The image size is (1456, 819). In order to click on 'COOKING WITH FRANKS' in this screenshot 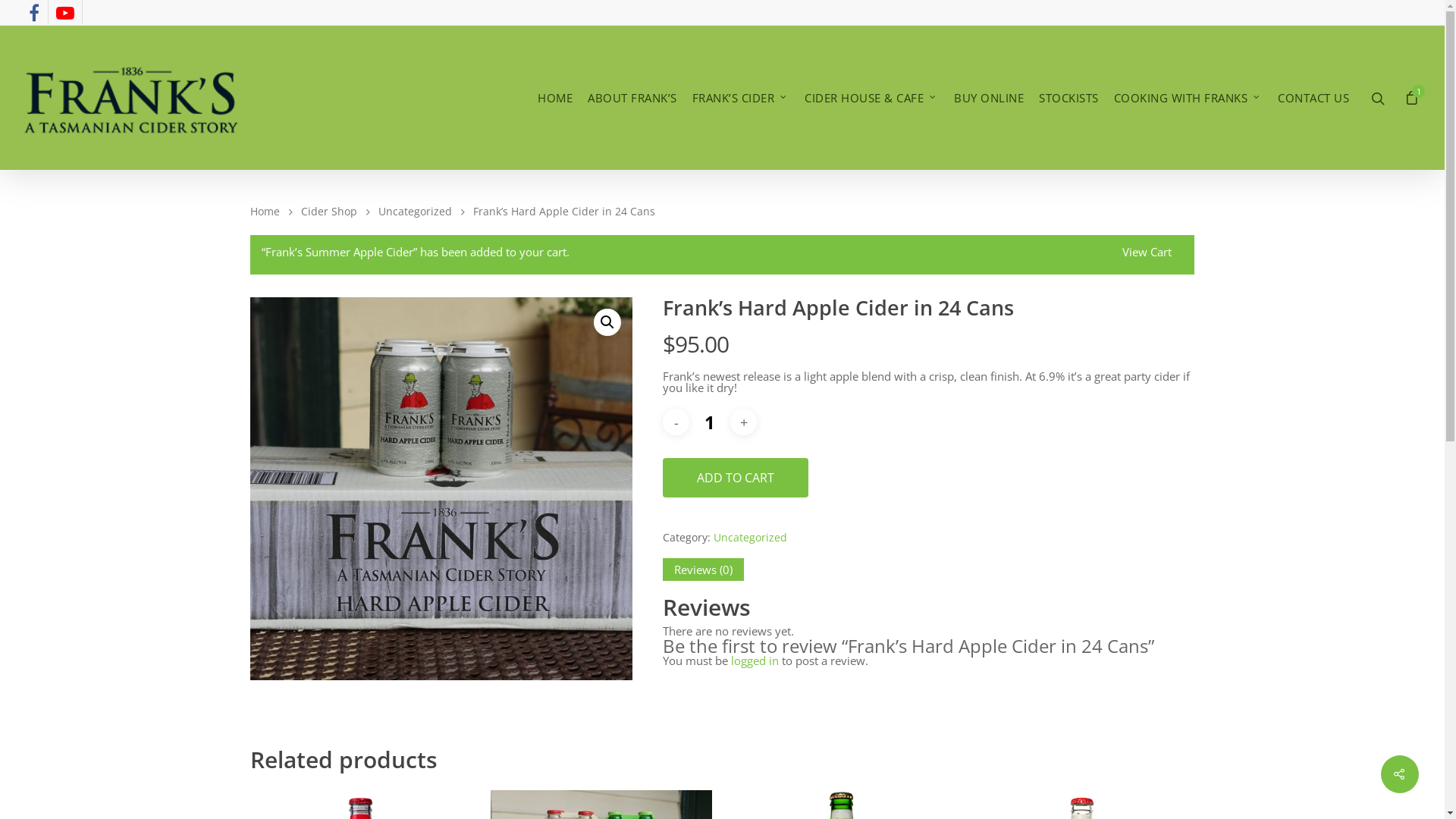, I will do `click(1187, 98)`.